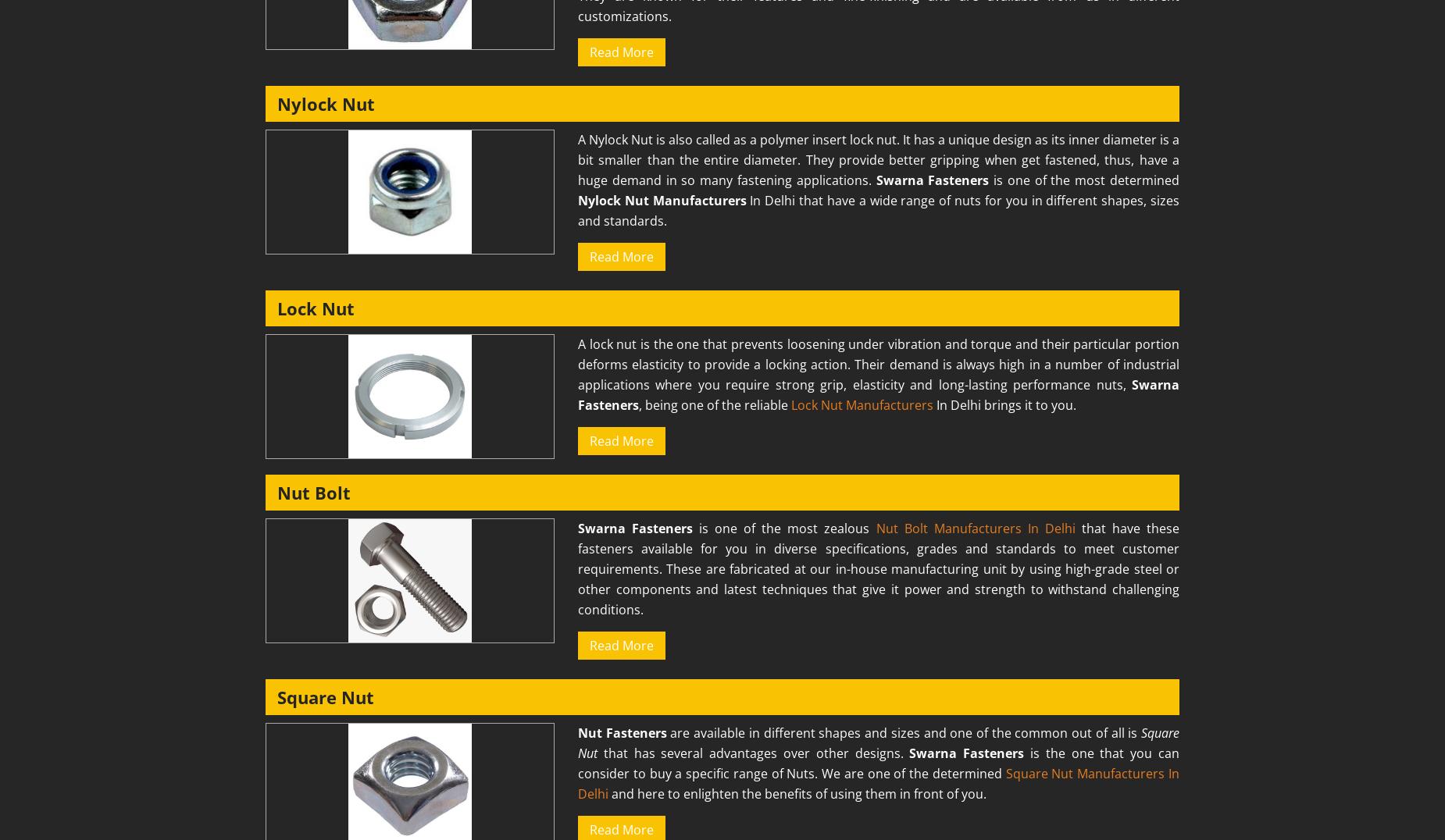 The image size is (1445, 840). I want to click on 'A Nylock Nut is also called as a polymer insert lock nut. It has a unique design as its inner diameter is a bit smaller than the entire diameter. They provide better gripping when get fastened, thus, have a huge demand in so many fastening applications.', so click(877, 158).